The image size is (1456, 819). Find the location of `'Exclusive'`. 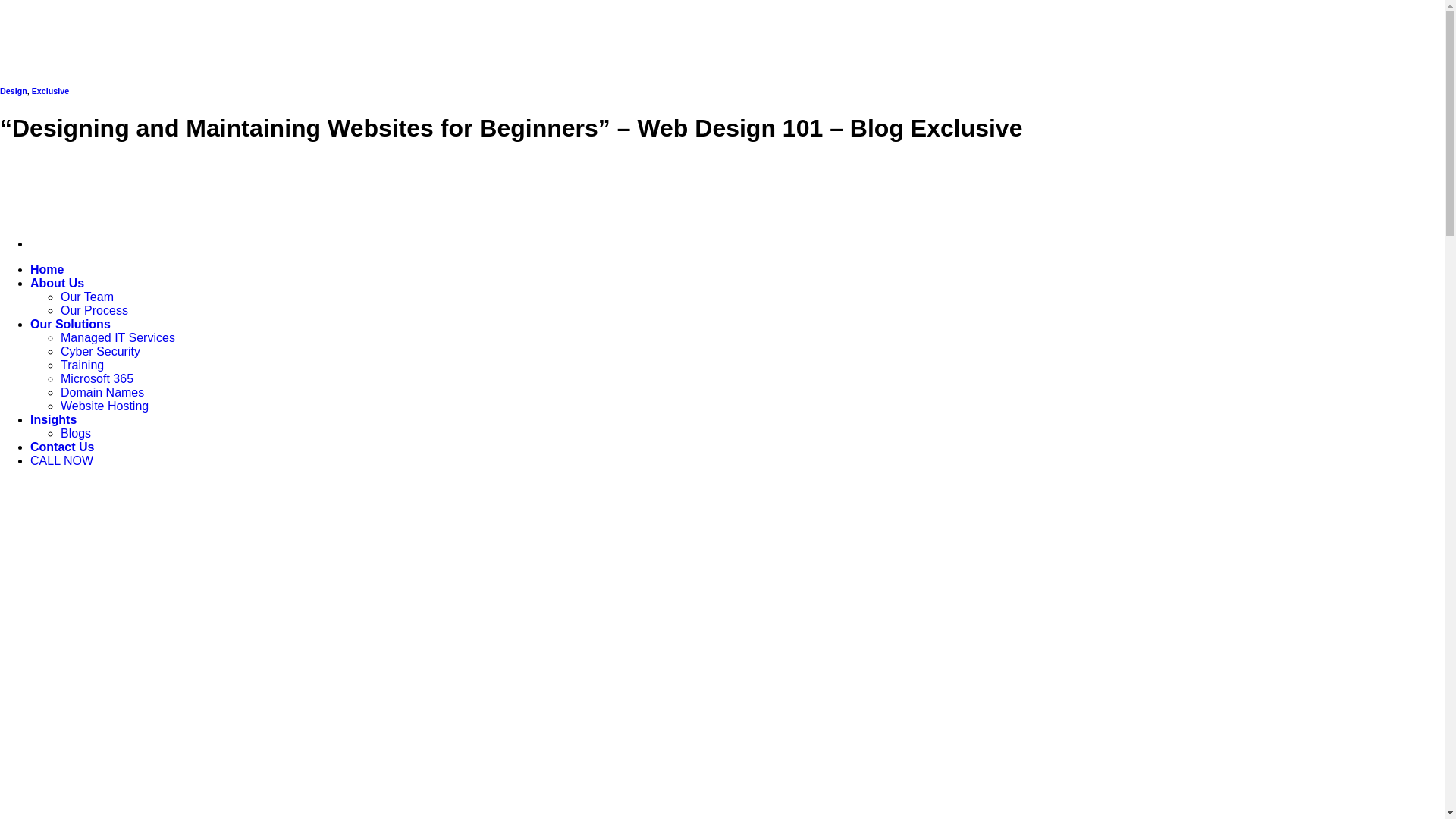

'Exclusive' is located at coordinates (50, 90).